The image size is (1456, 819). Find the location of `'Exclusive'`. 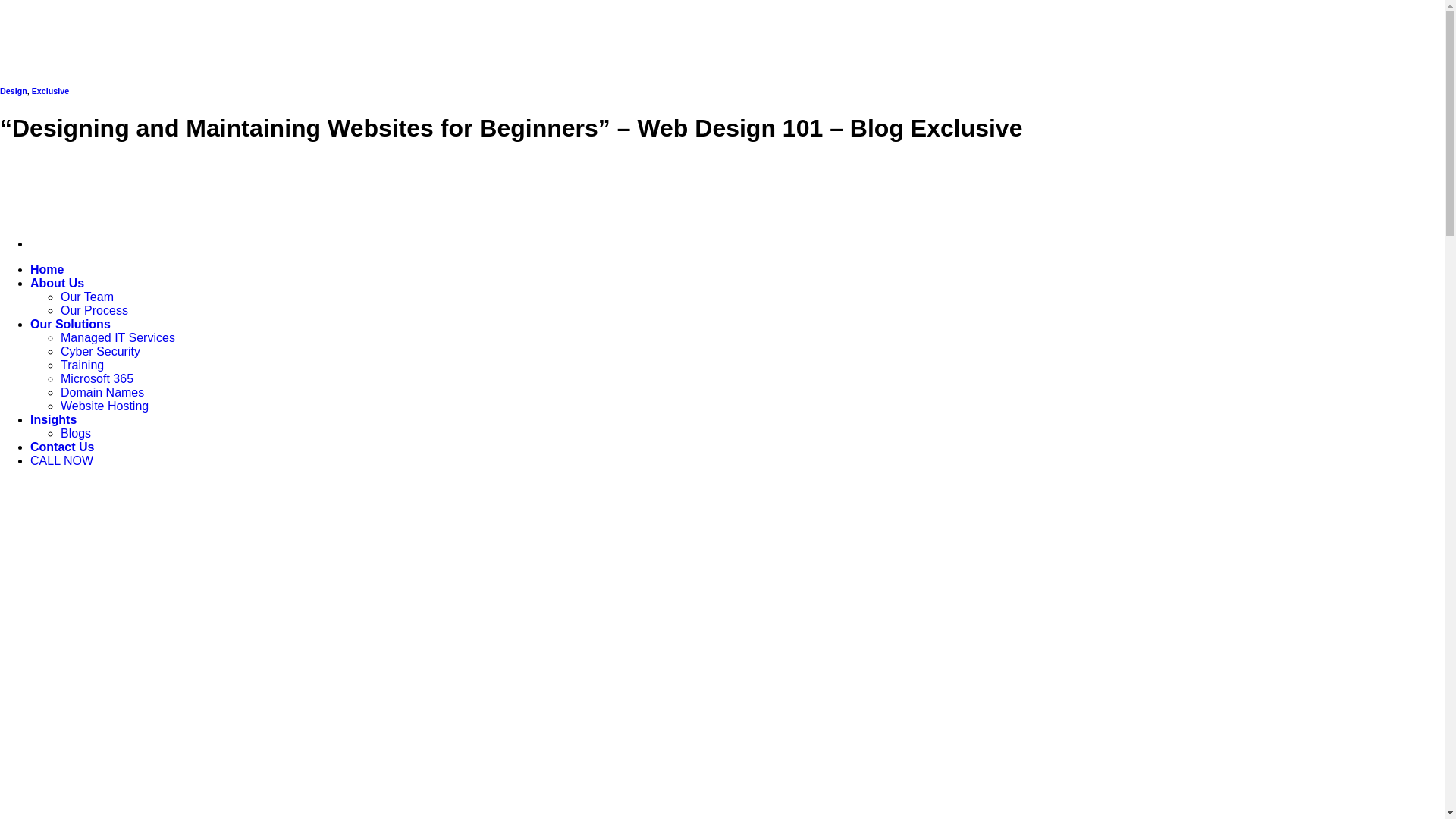

'Exclusive' is located at coordinates (50, 90).